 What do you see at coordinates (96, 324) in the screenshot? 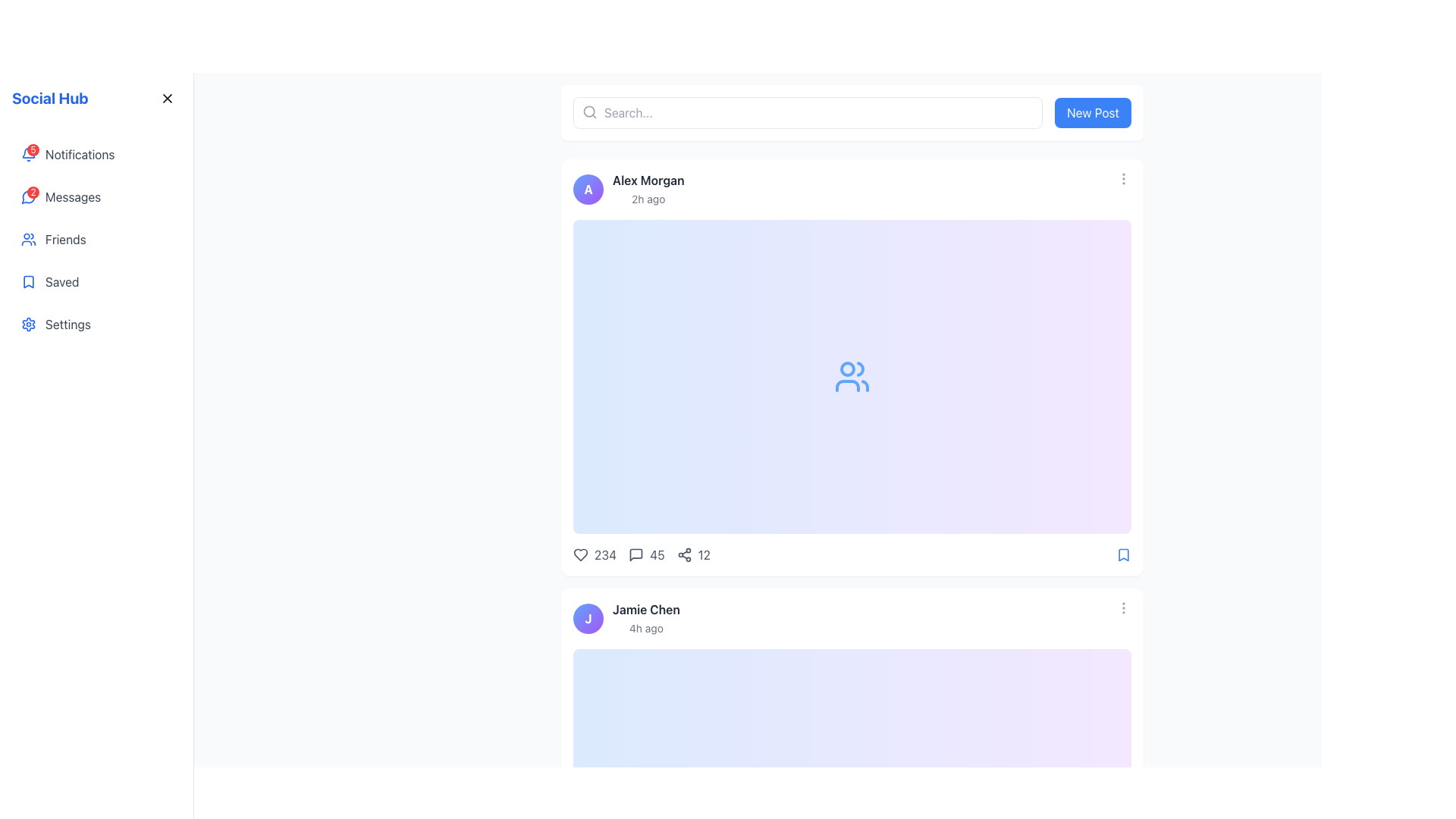
I see `the settings button located at the bottom of the vertical menu` at bounding box center [96, 324].